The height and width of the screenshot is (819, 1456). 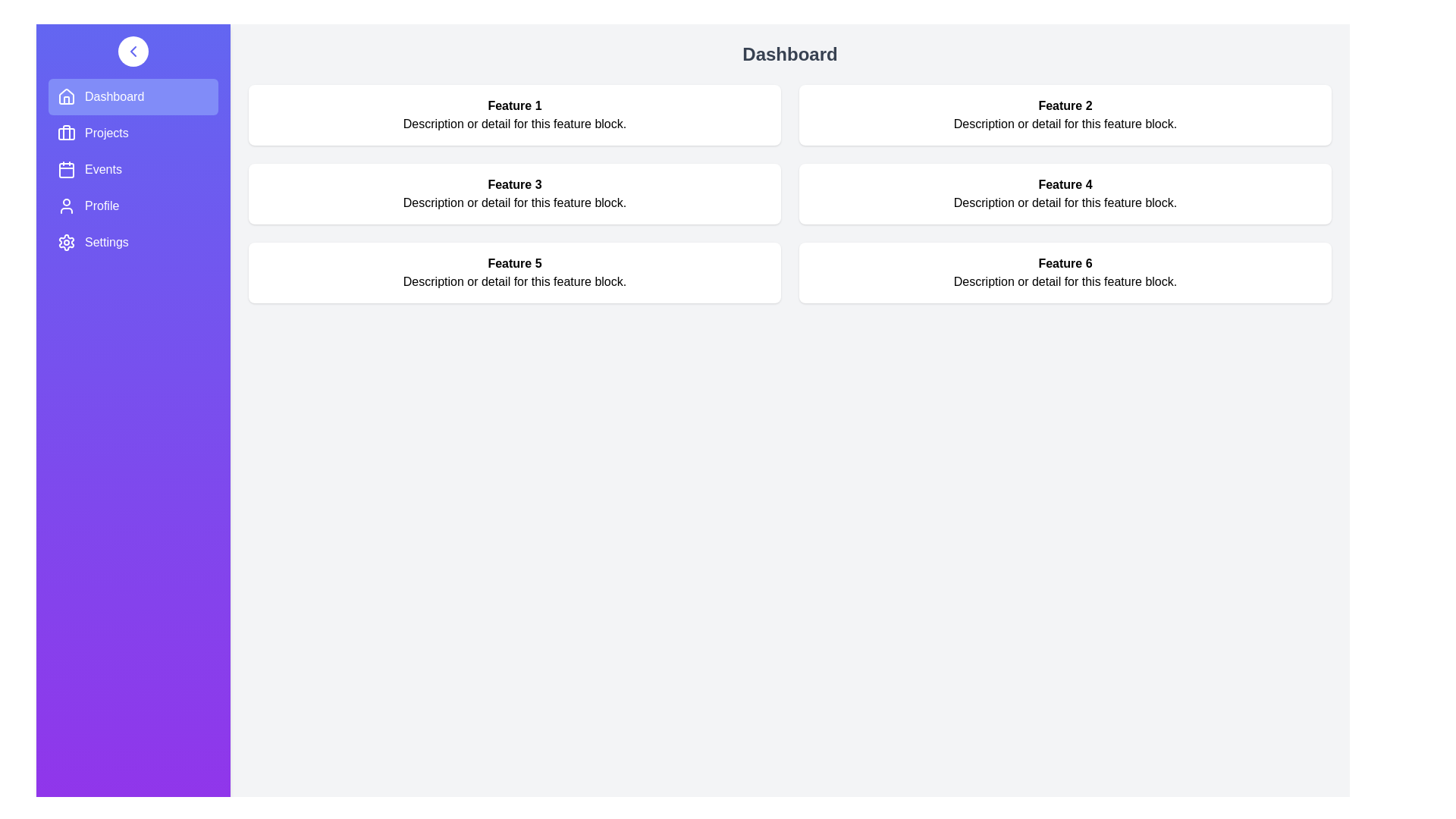 I want to click on the navigation menu item Dashboard, so click(x=133, y=96).